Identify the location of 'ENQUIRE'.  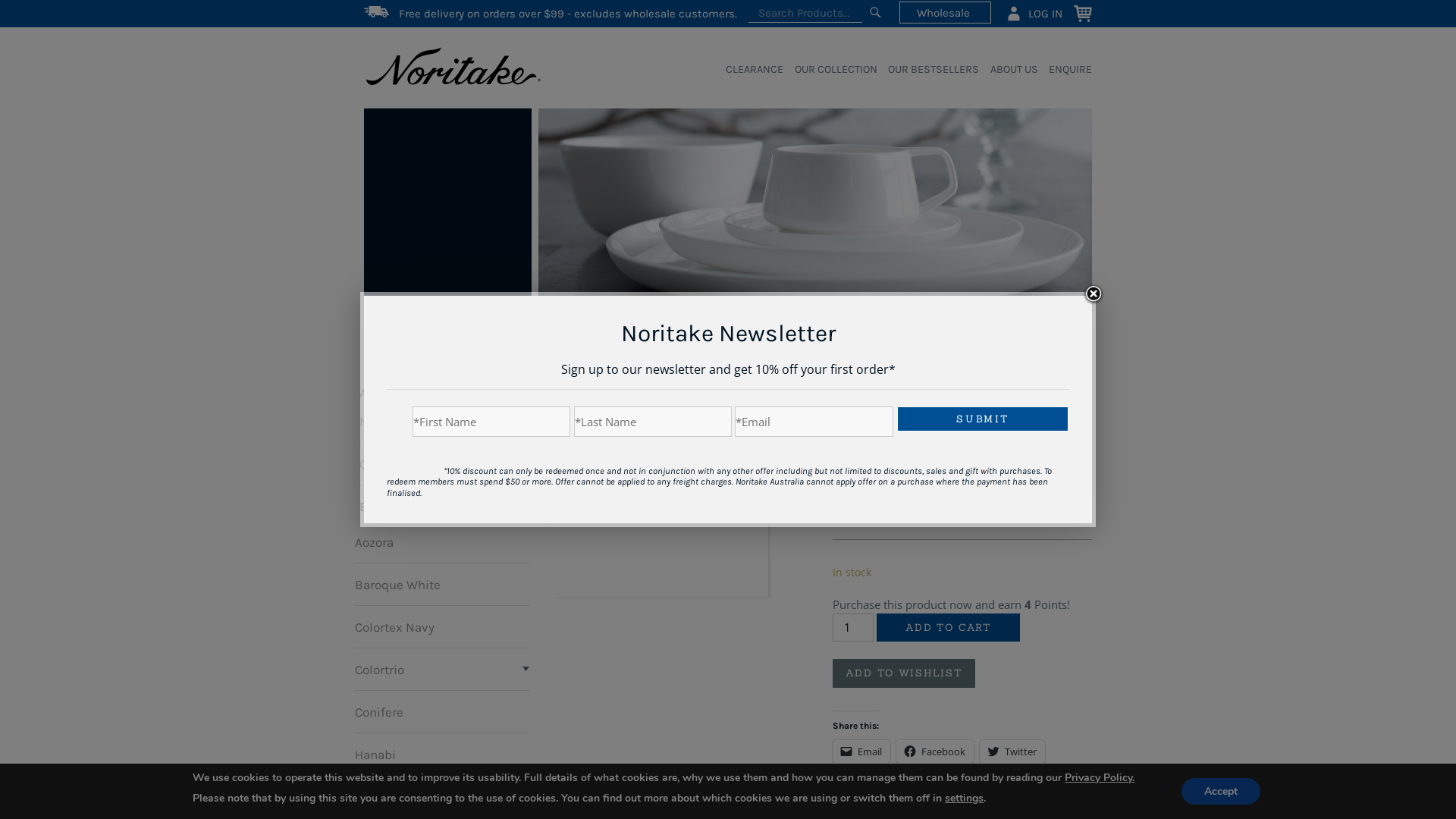
(1064, 70).